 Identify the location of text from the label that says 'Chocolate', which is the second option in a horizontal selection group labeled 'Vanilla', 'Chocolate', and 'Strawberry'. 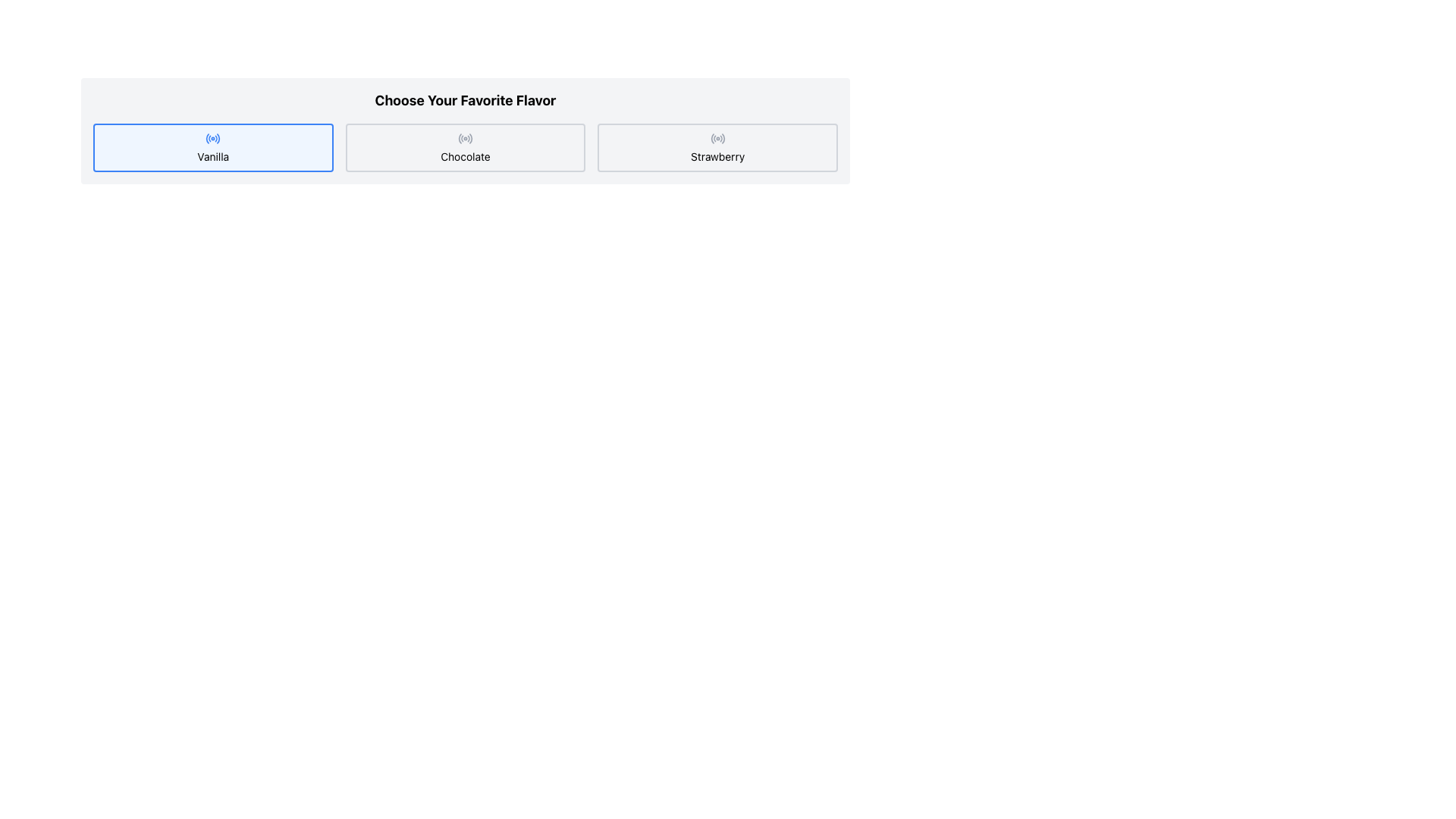
(465, 157).